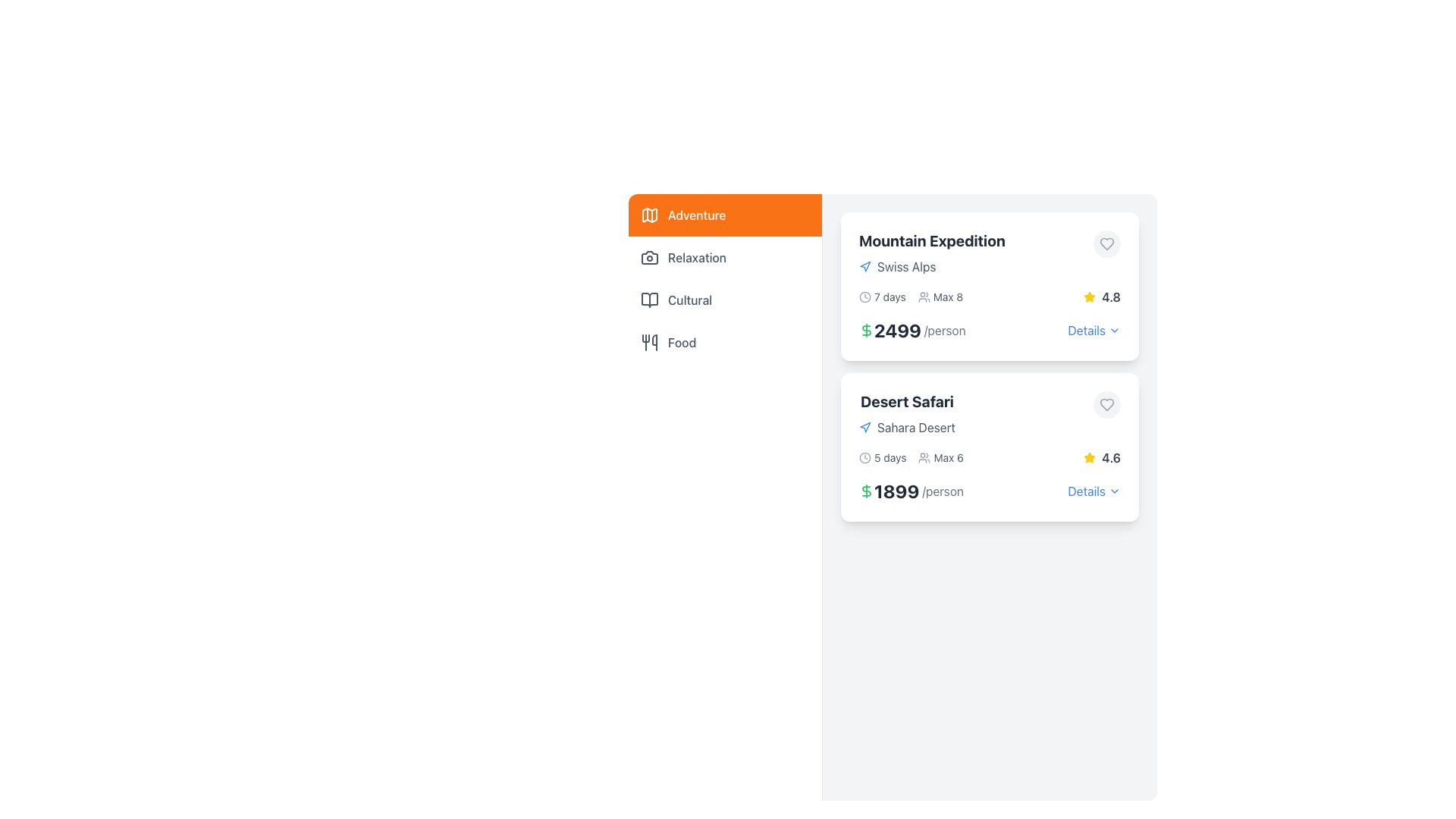 This screenshot has height=819, width=1456. Describe the element at coordinates (724, 300) in the screenshot. I see `the third button in the navigation sidebar, located between 'Relaxation' and 'Food'` at that location.